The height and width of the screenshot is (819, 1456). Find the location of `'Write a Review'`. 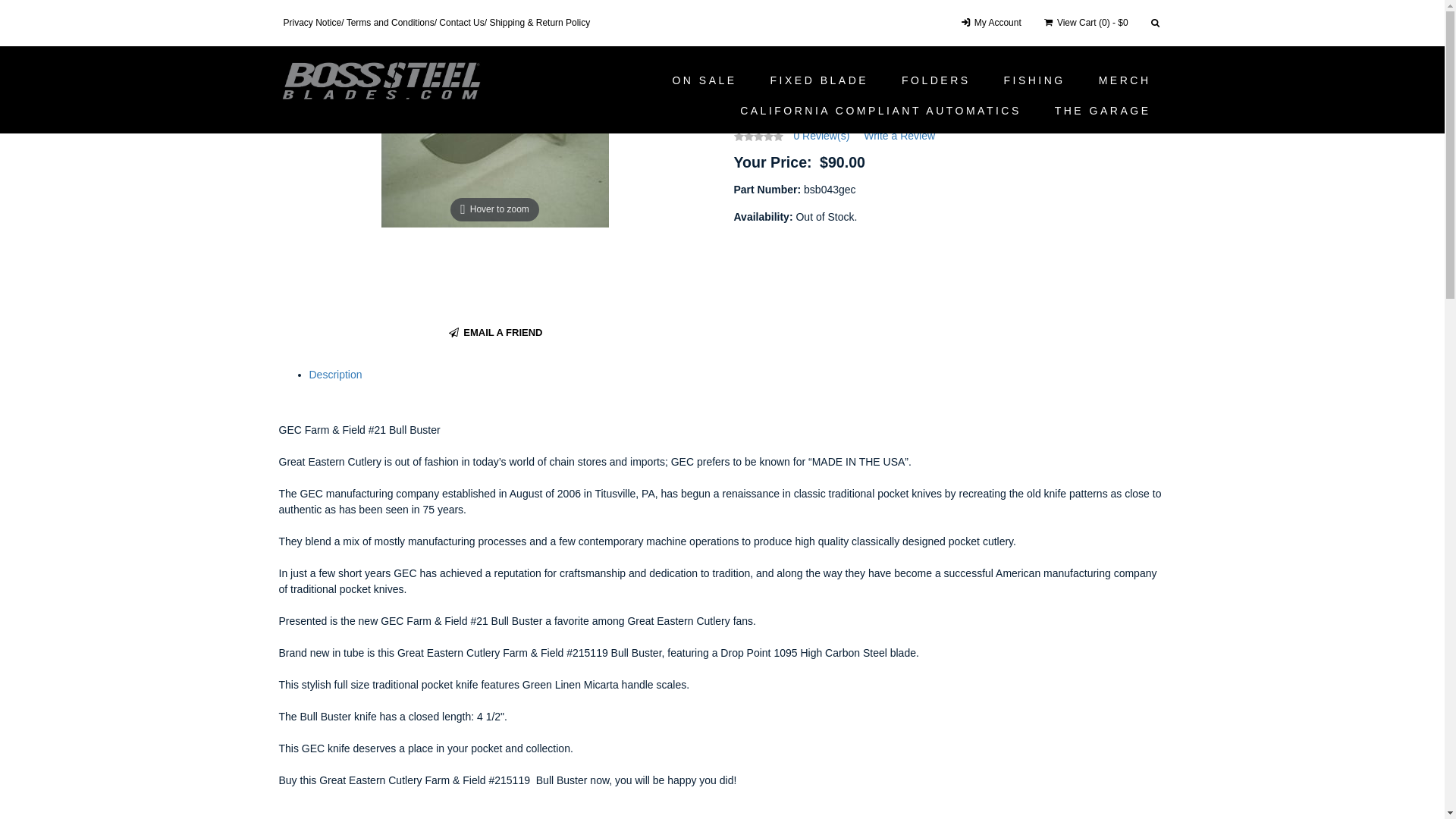

'Write a Review' is located at coordinates (899, 134).